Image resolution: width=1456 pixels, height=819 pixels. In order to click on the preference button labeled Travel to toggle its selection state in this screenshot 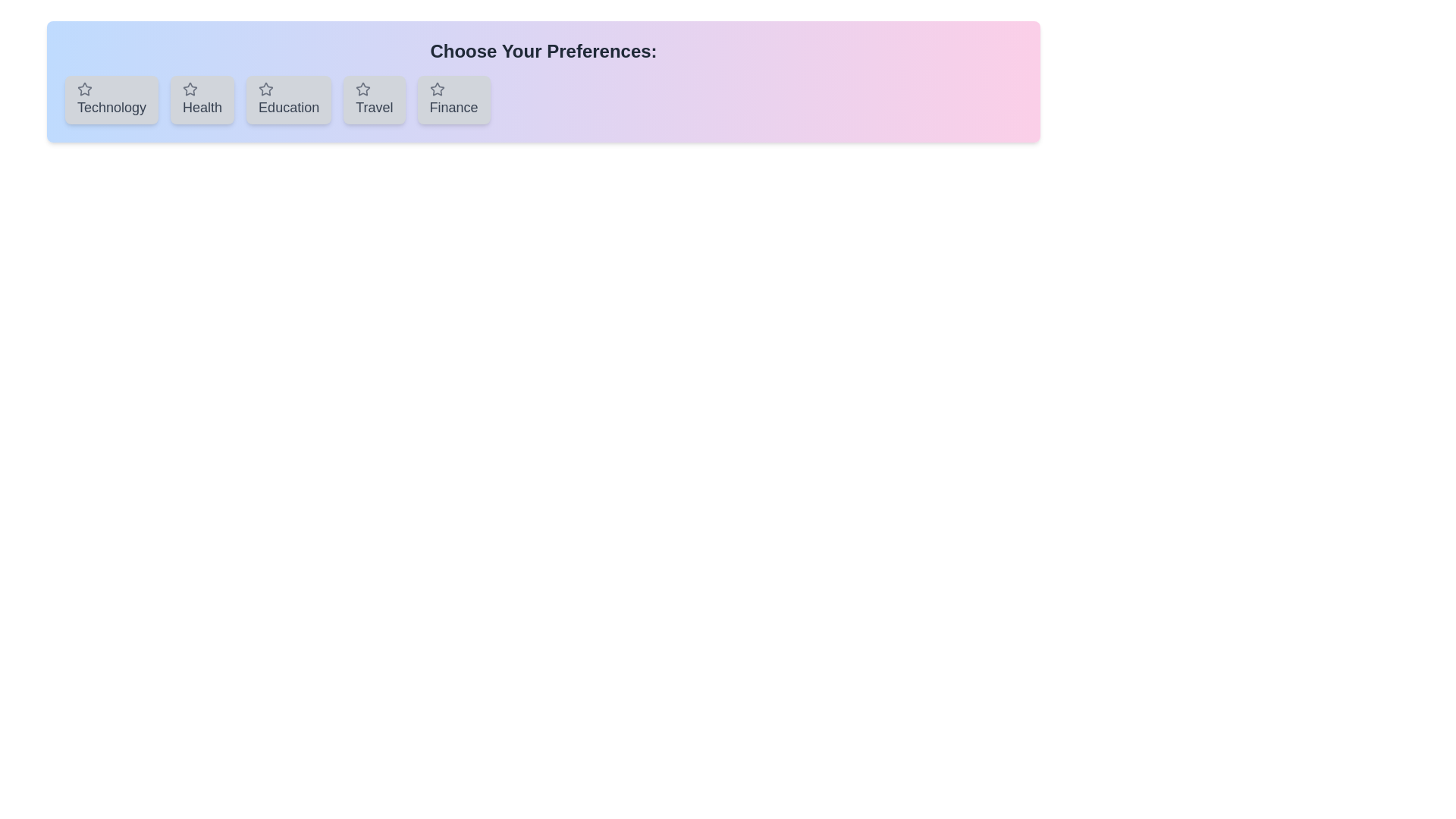, I will do `click(374, 99)`.